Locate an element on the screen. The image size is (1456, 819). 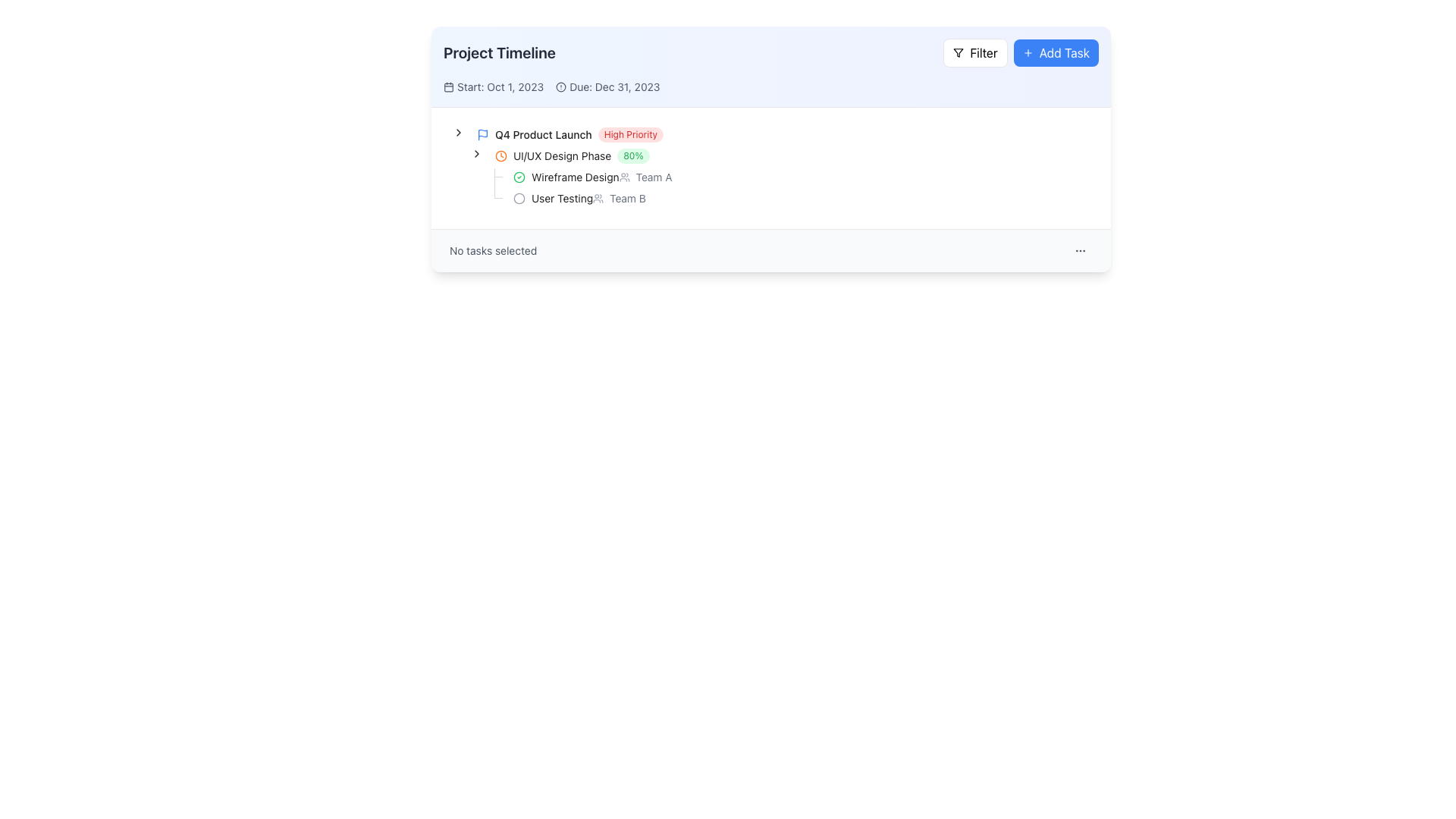
the alert icon, which is a small circular icon with a hollow outline and centered exclamation mark, located to the left of the text 'Due: Dec 31, 2023' in the header section of the Project Timeline interface is located at coordinates (560, 87).